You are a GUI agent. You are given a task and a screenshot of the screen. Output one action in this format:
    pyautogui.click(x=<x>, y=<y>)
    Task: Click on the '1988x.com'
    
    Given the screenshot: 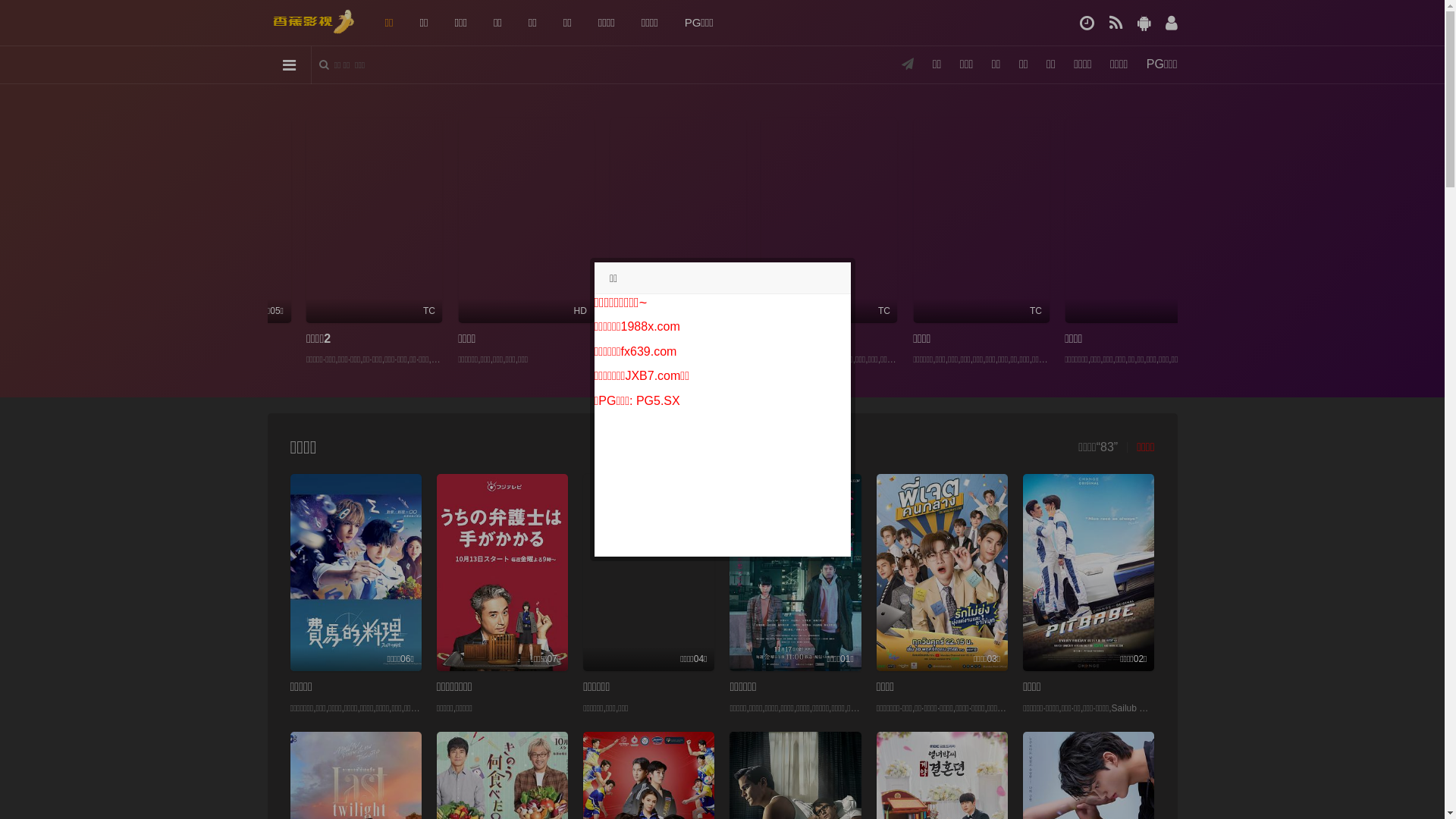 What is the action you would take?
    pyautogui.click(x=621, y=325)
    